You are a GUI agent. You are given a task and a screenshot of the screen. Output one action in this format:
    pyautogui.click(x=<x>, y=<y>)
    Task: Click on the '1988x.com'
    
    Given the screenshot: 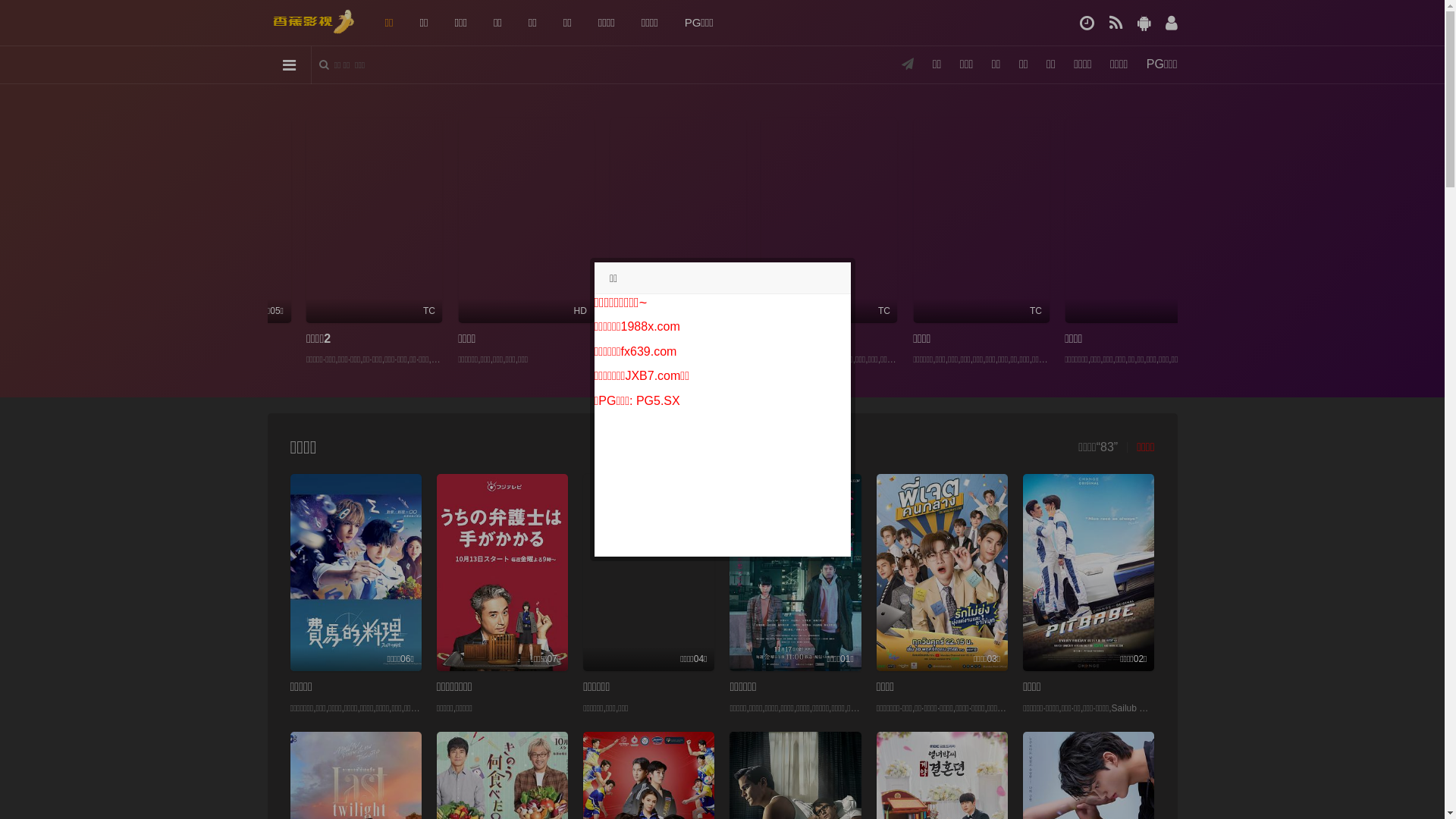 What is the action you would take?
    pyautogui.click(x=621, y=325)
    